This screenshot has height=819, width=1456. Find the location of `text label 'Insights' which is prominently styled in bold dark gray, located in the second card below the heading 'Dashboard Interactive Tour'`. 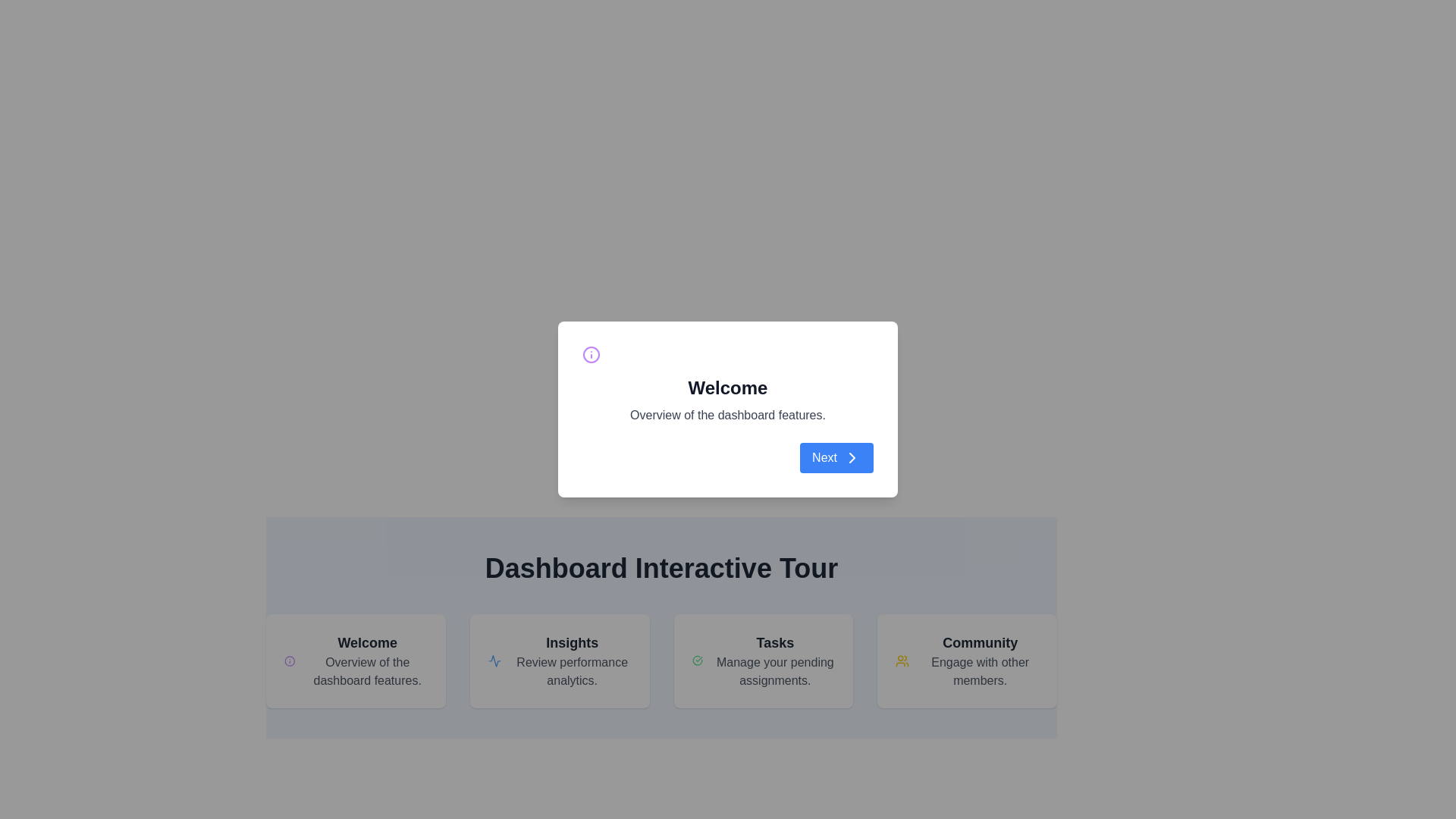

text label 'Insights' which is prominently styled in bold dark gray, located in the second card below the heading 'Dashboard Interactive Tour' is located at coordinates (571, 643).